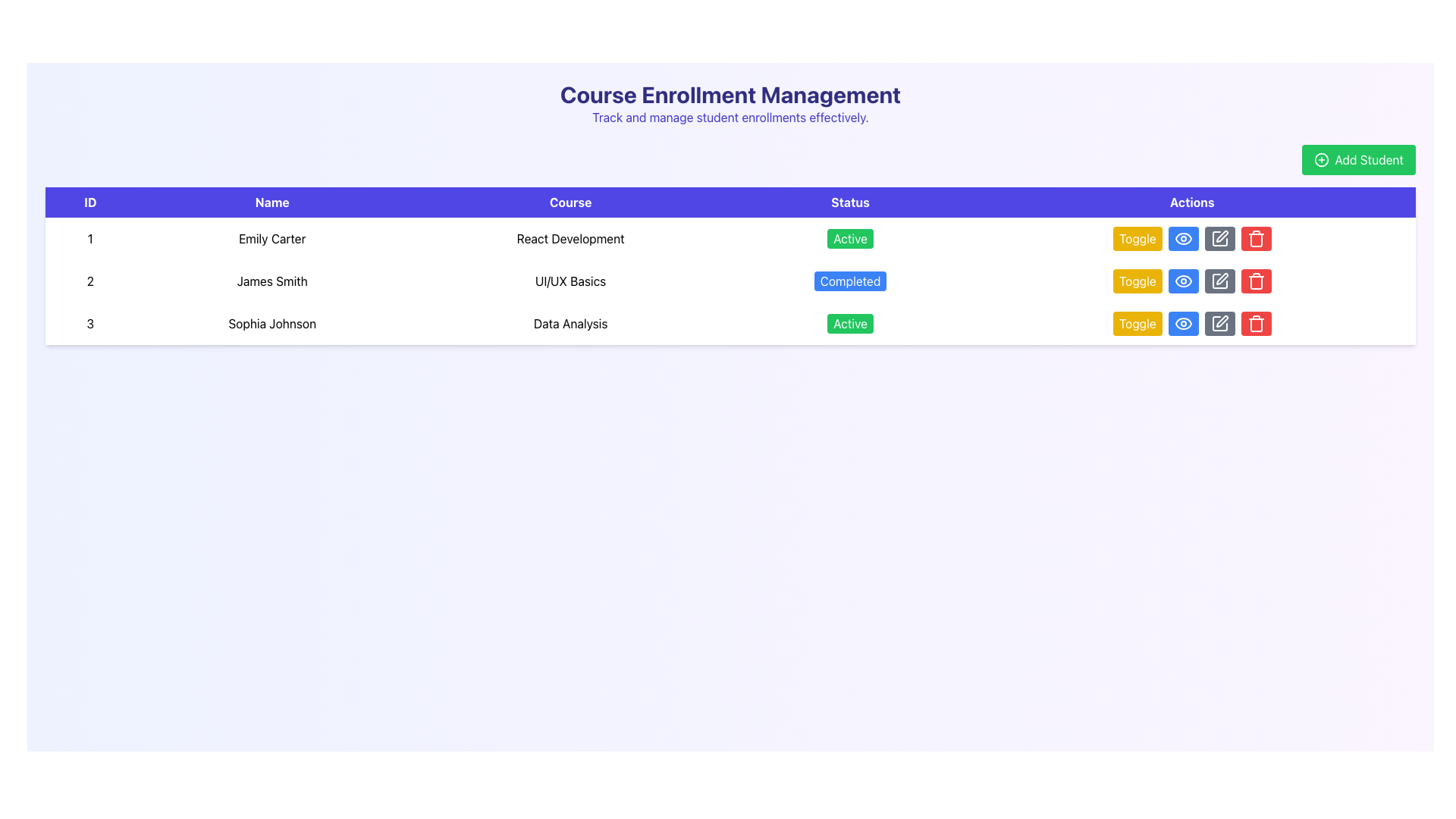 This screenshot has height=819, width=1456. I want to click on the 'Toggle' button with a yellow background and white text located in the first row of the 'Actions' column in a table-like structure for keyboard navigation, so click(1137, 239).